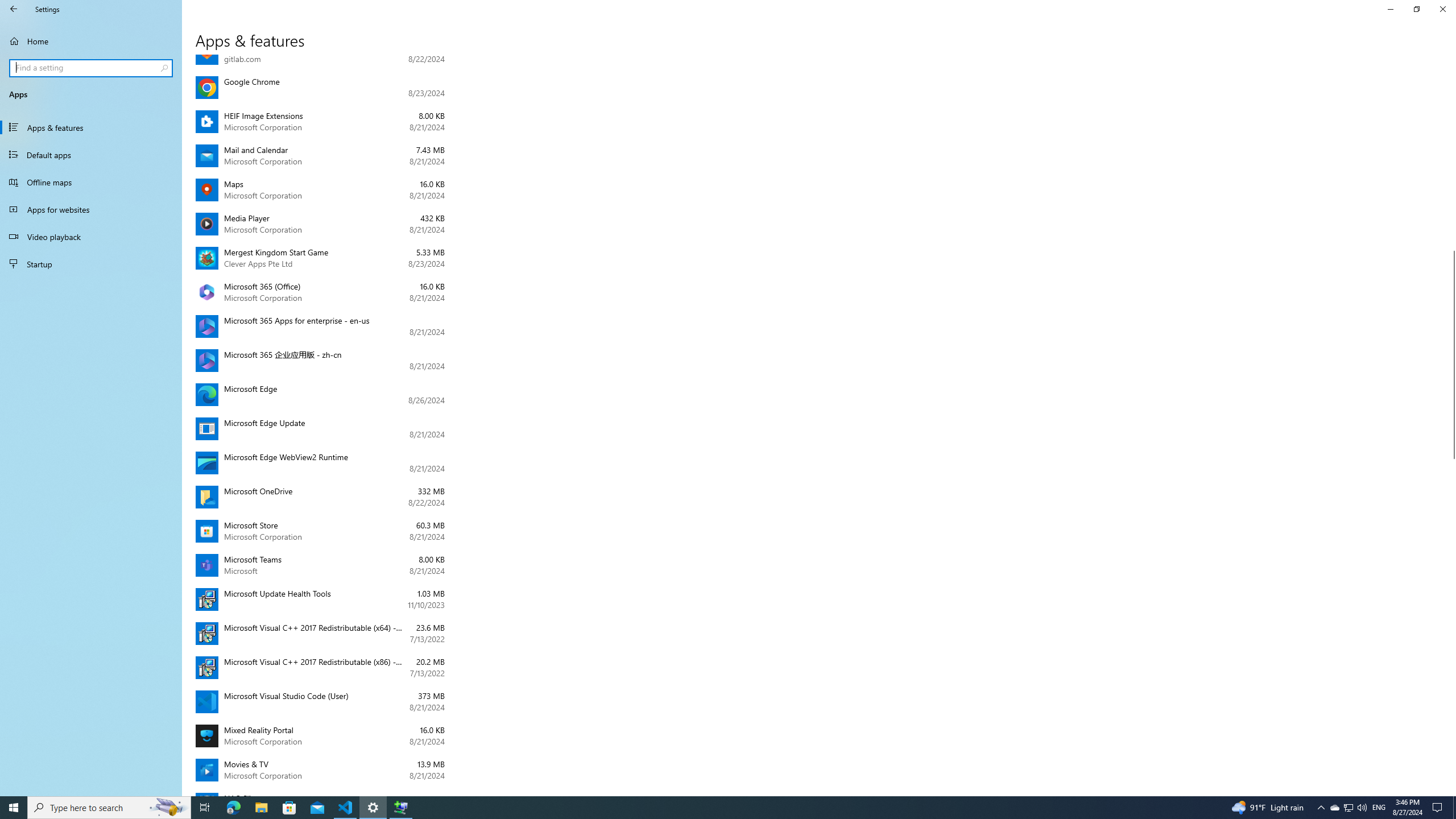 This screenshot has height=819, width=1456. Describe the element at coordinates (1451, 425) in the screenshot. I see `'Vertical'` at that location.